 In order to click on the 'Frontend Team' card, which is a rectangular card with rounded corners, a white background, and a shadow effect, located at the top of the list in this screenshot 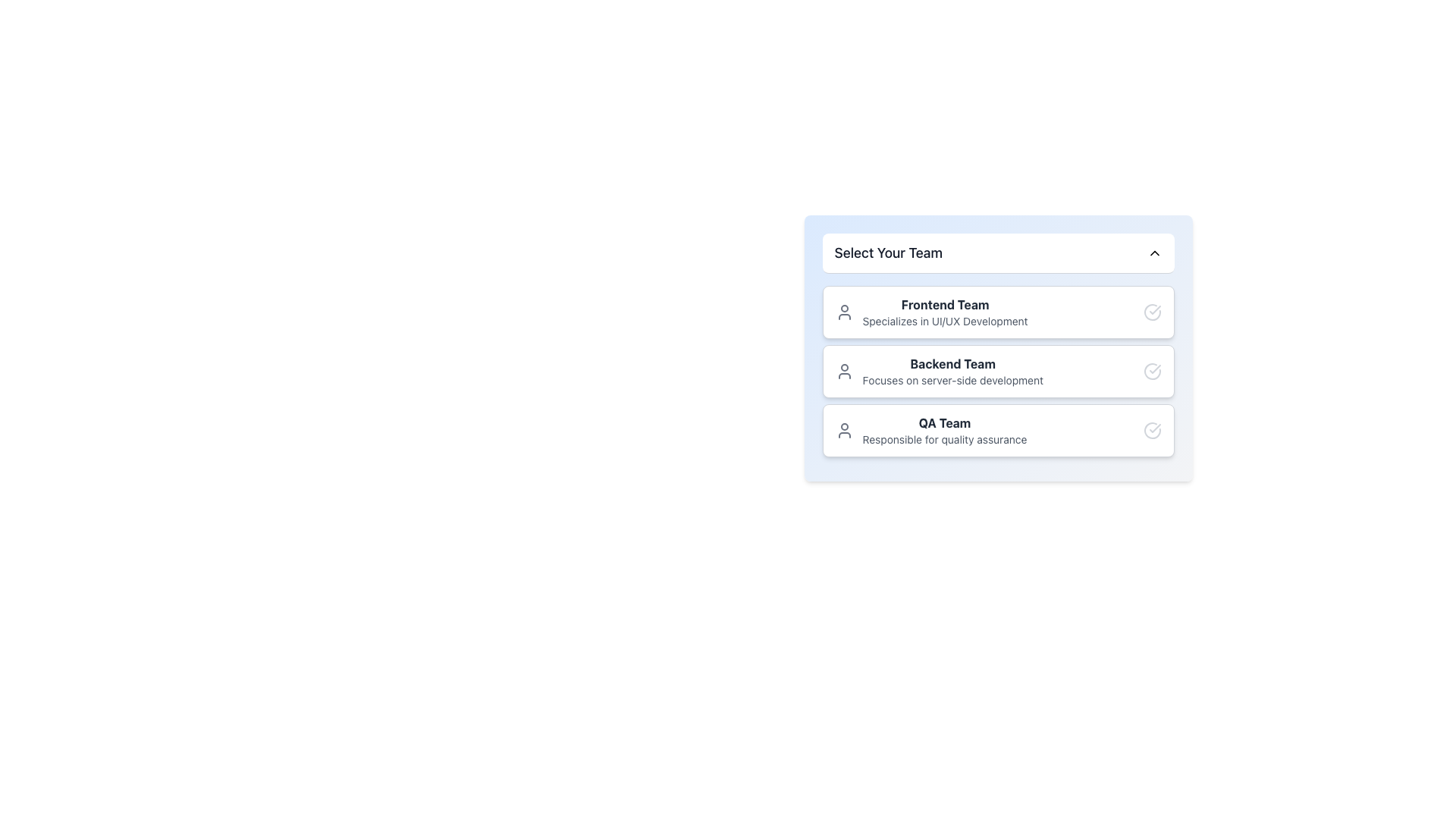, I will do `click(998, 312)`.